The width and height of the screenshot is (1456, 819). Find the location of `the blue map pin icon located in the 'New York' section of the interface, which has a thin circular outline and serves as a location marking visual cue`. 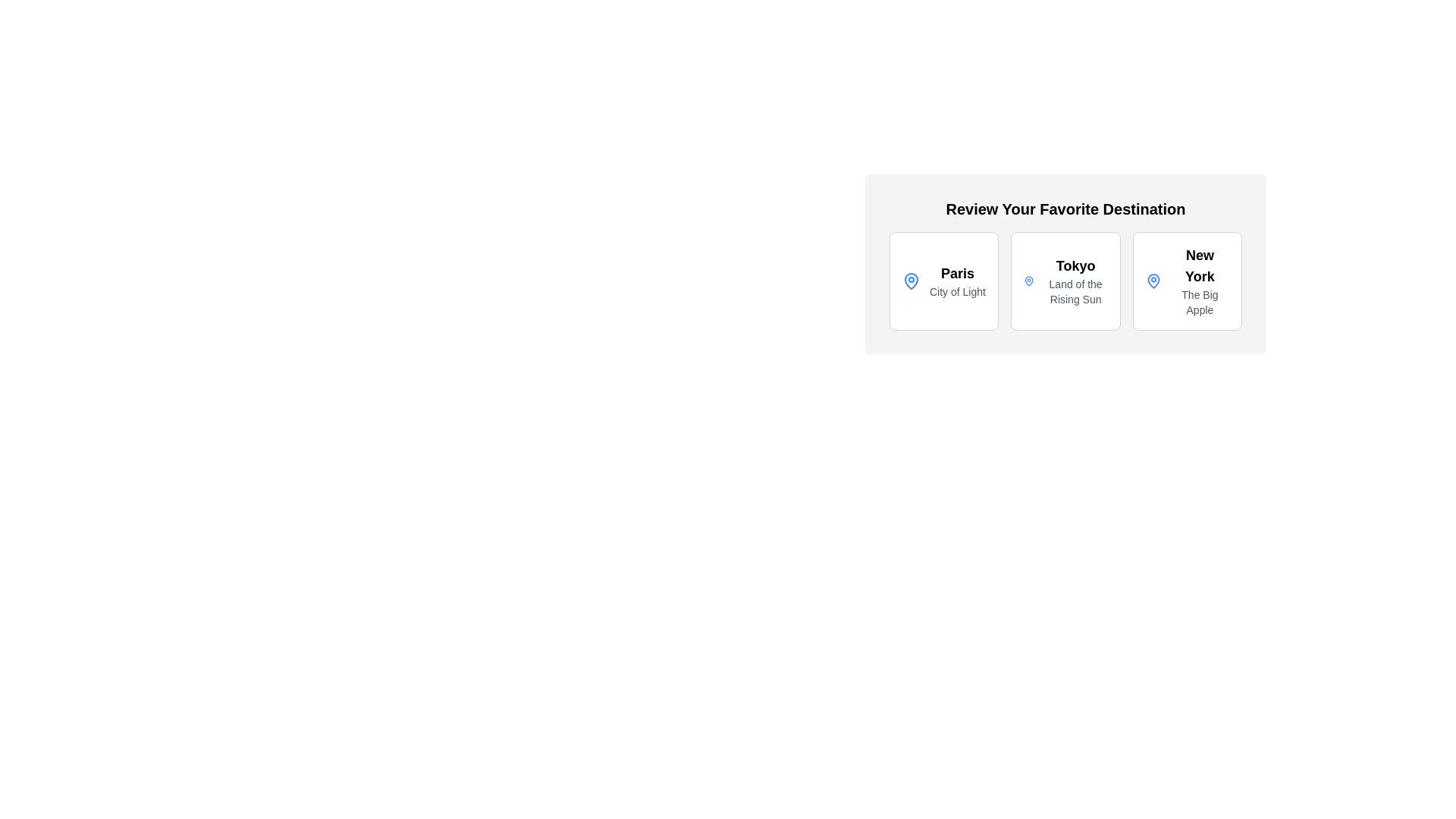

the blue map pin icon located in the 'New York' section of the interface, which has a thin circular outline and serves as a location marking visual cue is located at coordinates (1153, 281).